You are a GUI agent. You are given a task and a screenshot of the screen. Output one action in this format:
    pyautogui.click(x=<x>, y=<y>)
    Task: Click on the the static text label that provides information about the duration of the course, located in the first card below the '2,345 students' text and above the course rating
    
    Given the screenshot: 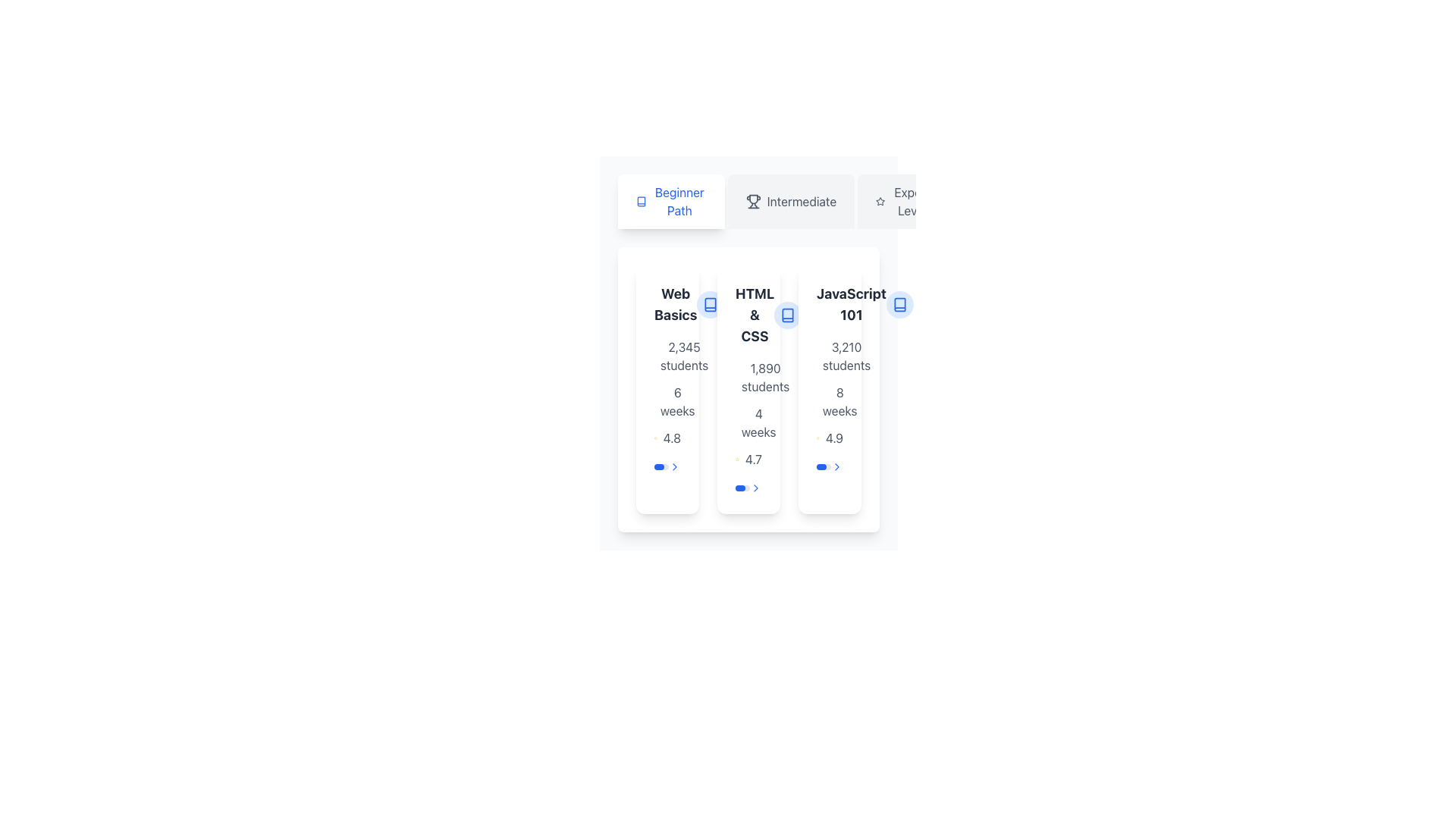 What is the action you would take?
    pyautogui.click(x=676, y=400)
    